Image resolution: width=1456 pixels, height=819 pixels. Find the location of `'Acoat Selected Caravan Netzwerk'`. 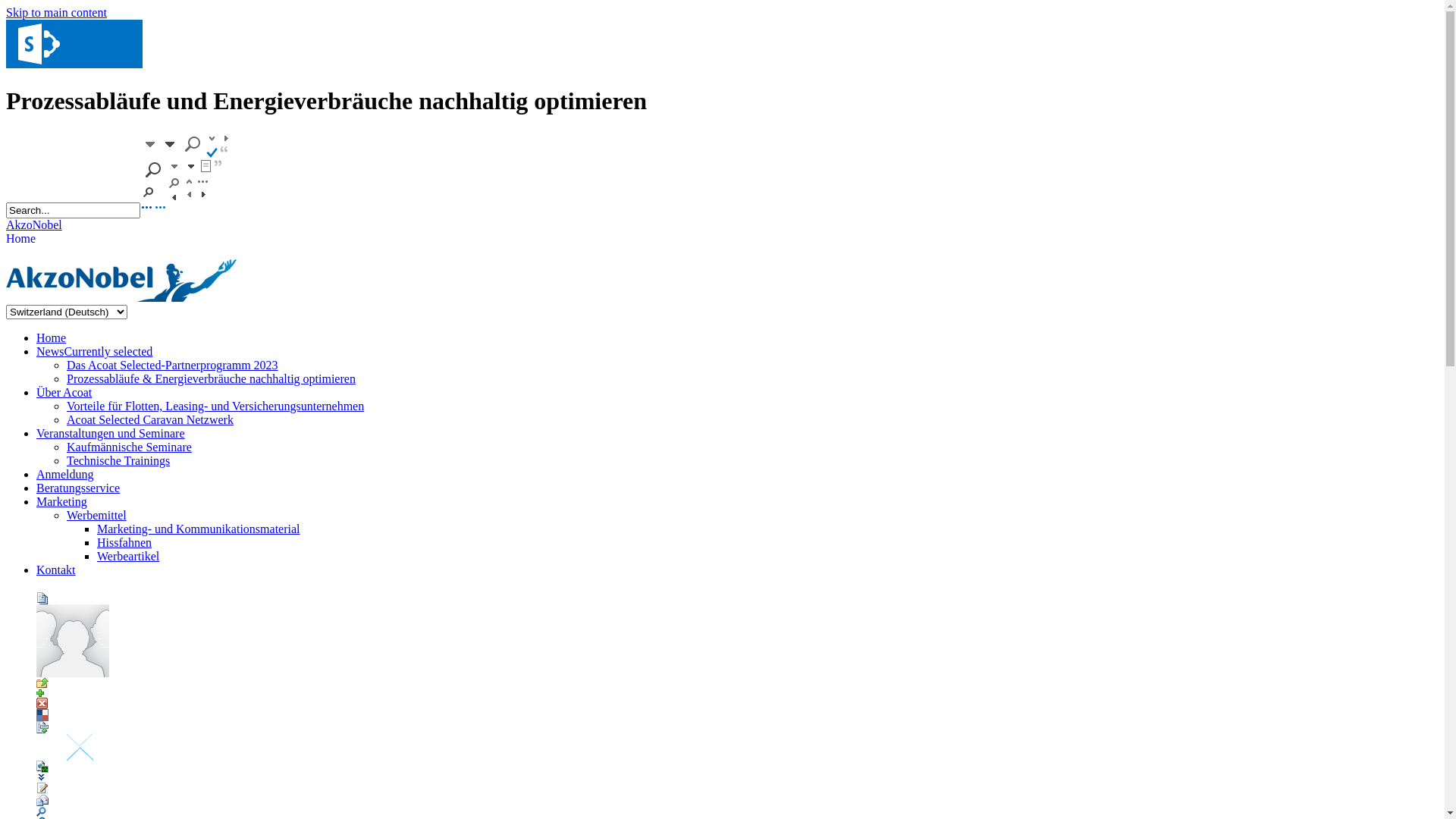

'Acoat Selected Caravan Netzwerk' is located at coordinates (65, 419).